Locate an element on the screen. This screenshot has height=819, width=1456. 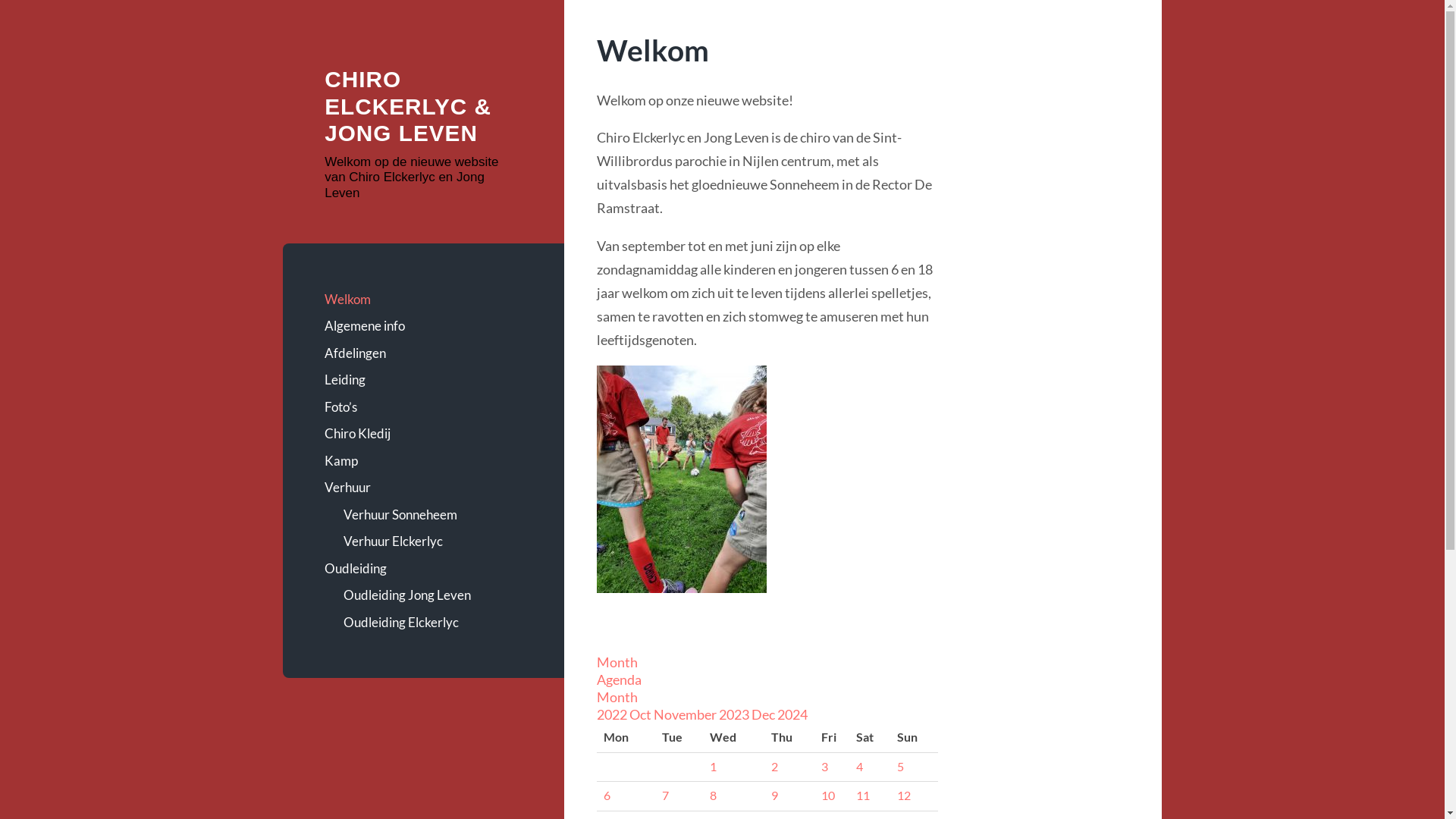
'Month' is located at coordinates (617, 661).